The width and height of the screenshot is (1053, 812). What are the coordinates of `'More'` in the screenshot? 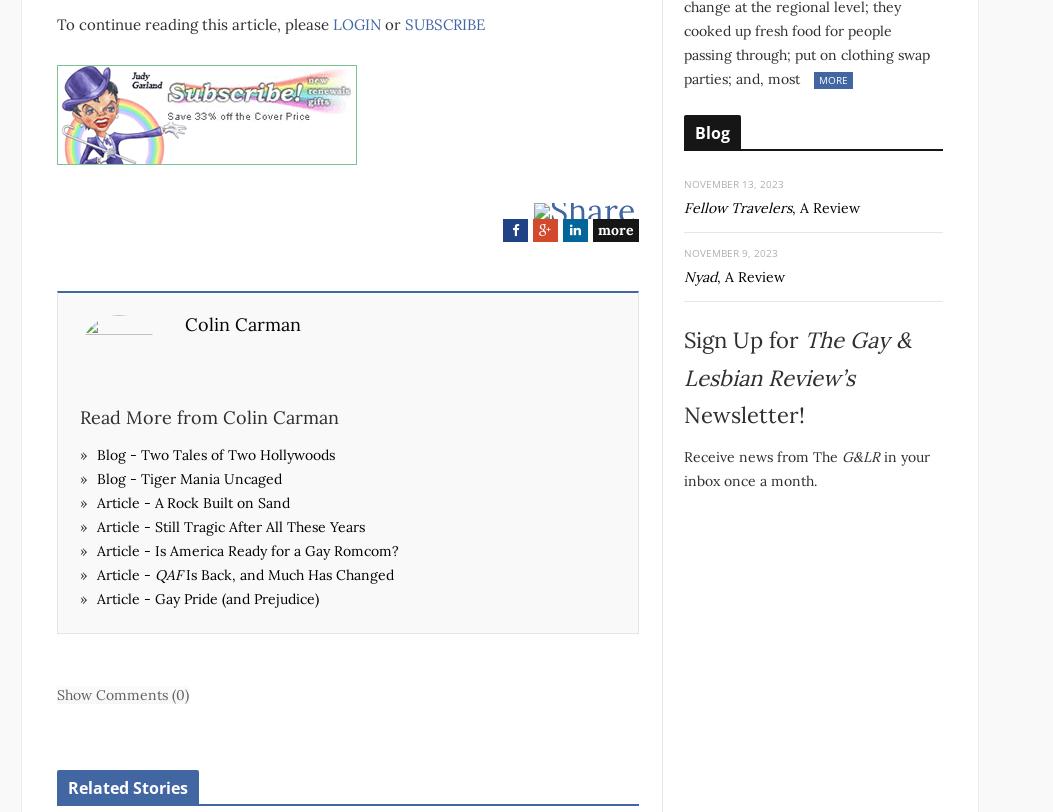 It's located at (831, 79).